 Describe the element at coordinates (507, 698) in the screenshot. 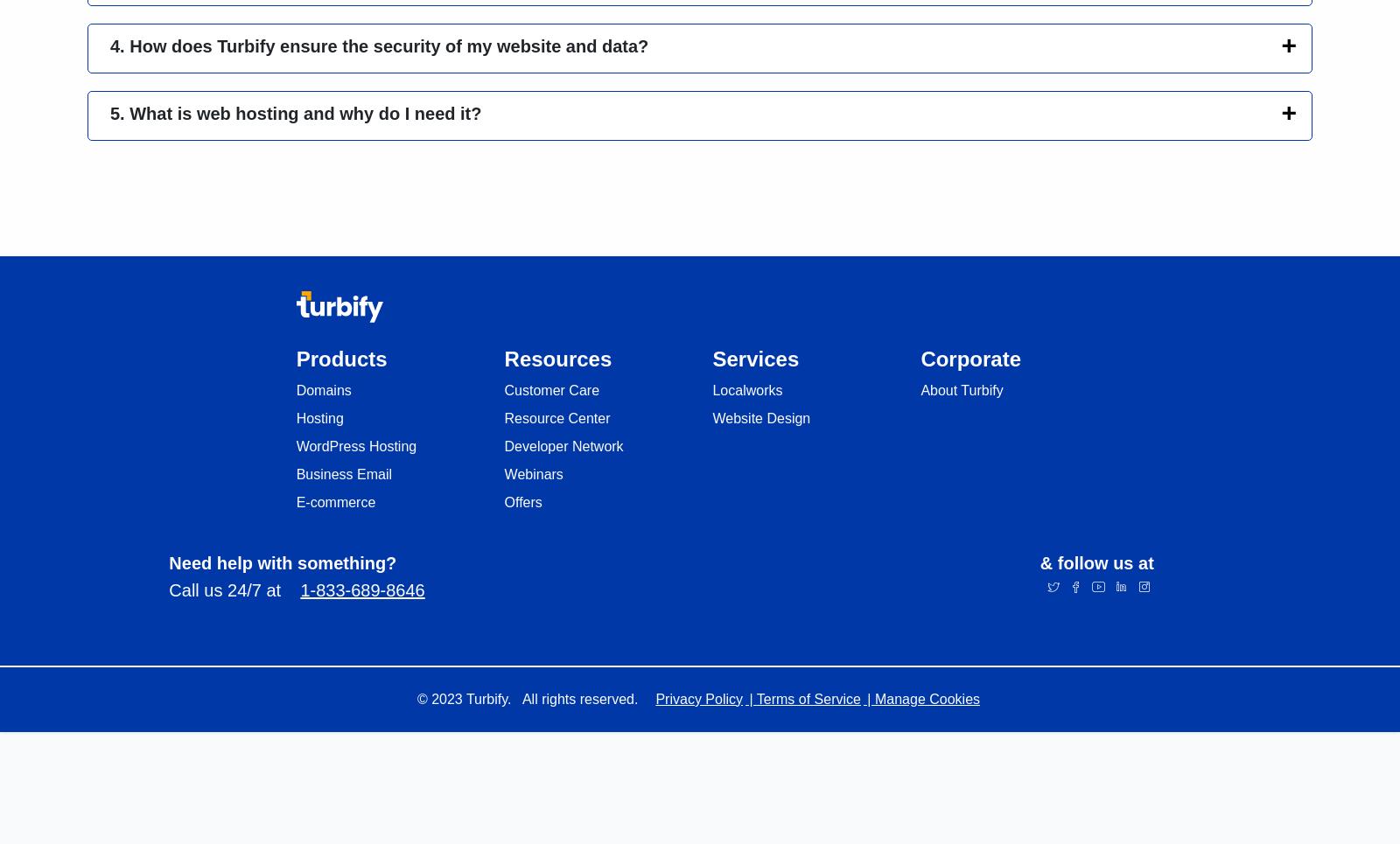

I see `'.   All rights reserved.'` at that location.